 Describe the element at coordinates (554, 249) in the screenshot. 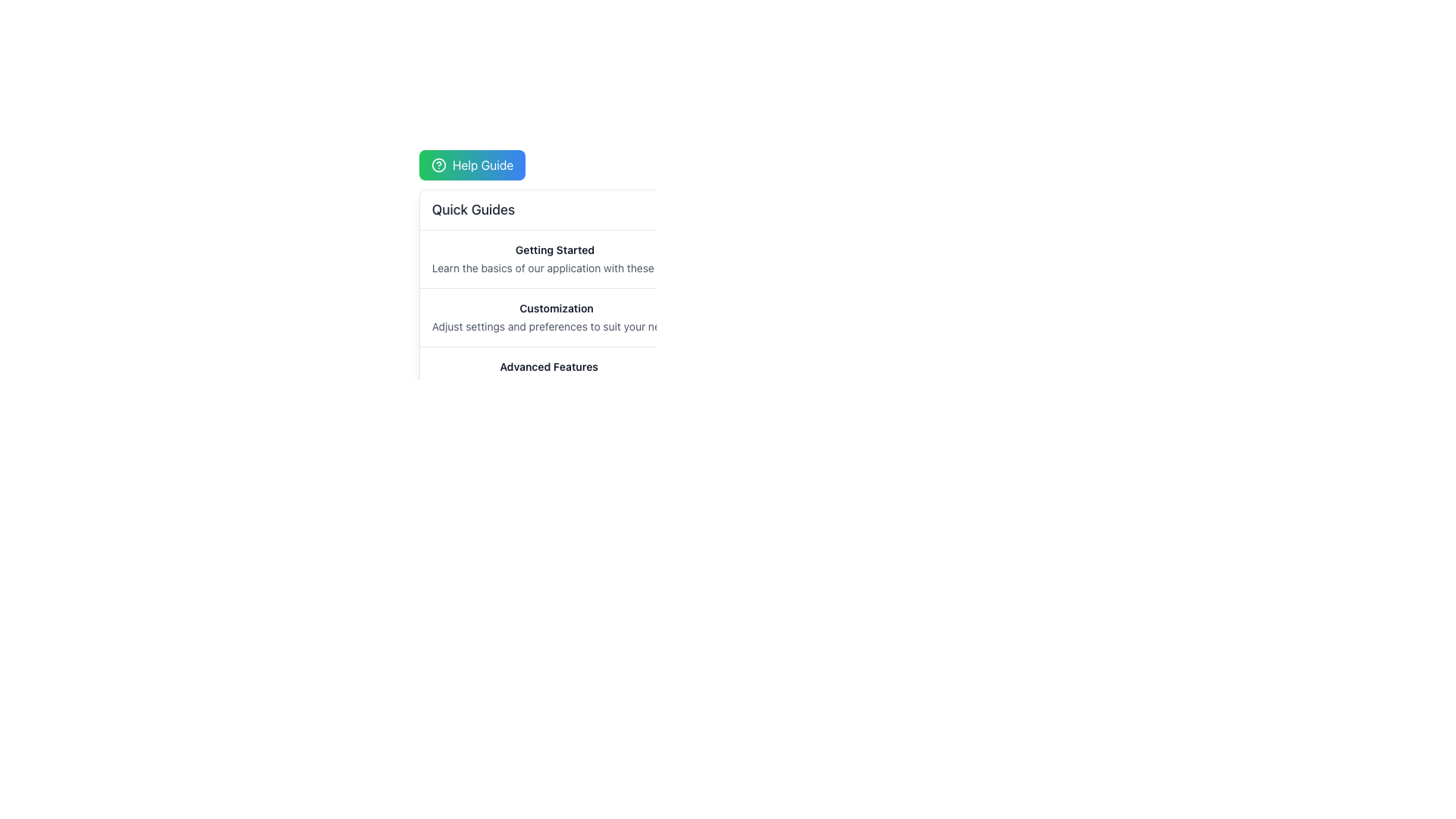

I see `the 'Getting Started' text label, which serves as the title for the introduction section in the 'Quick Guides' area` at that location.